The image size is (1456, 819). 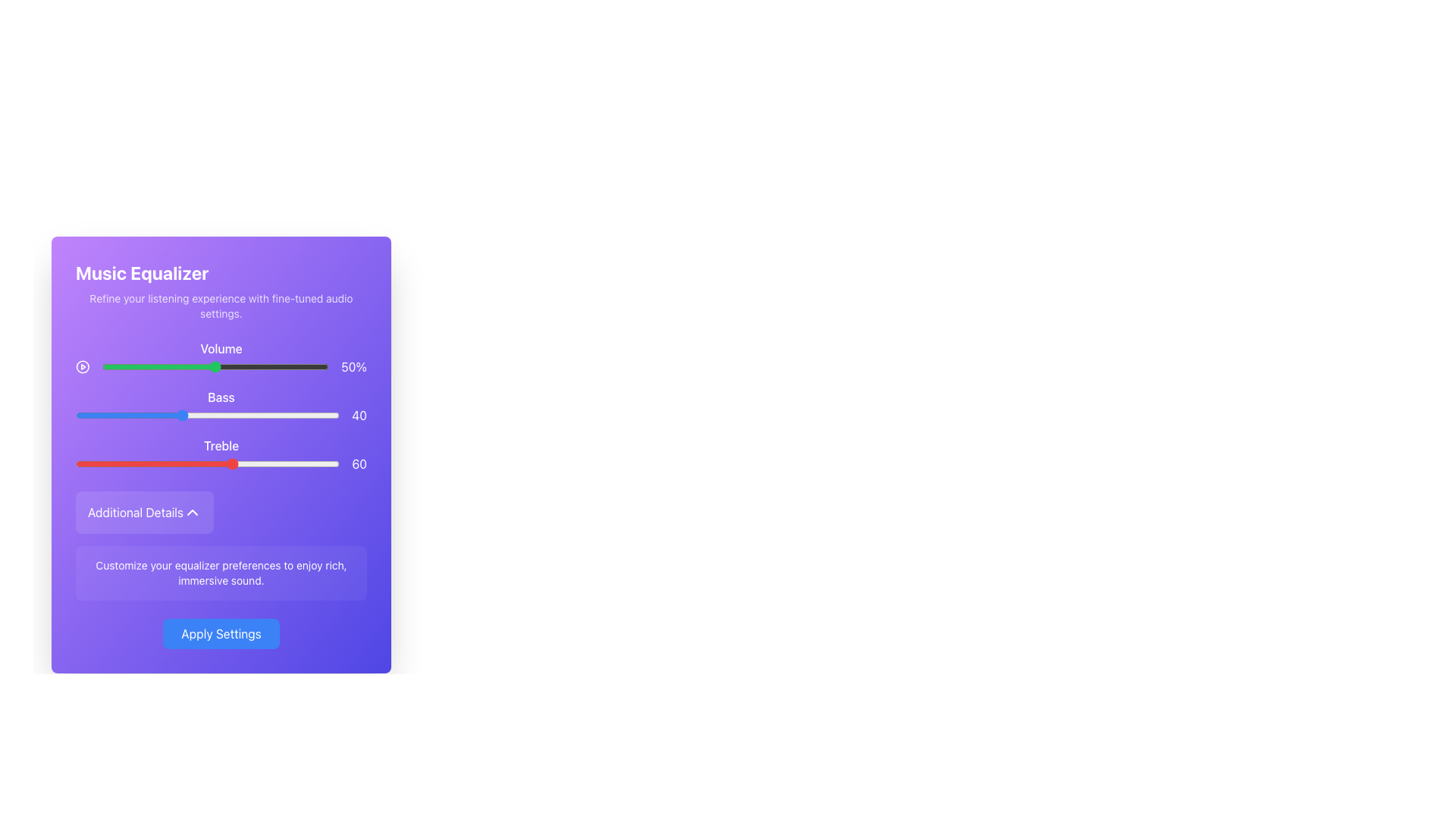 What do you see at coordinates (235, 366) in the screenshot?
I see `the volume` at bounding box center [235, 366].